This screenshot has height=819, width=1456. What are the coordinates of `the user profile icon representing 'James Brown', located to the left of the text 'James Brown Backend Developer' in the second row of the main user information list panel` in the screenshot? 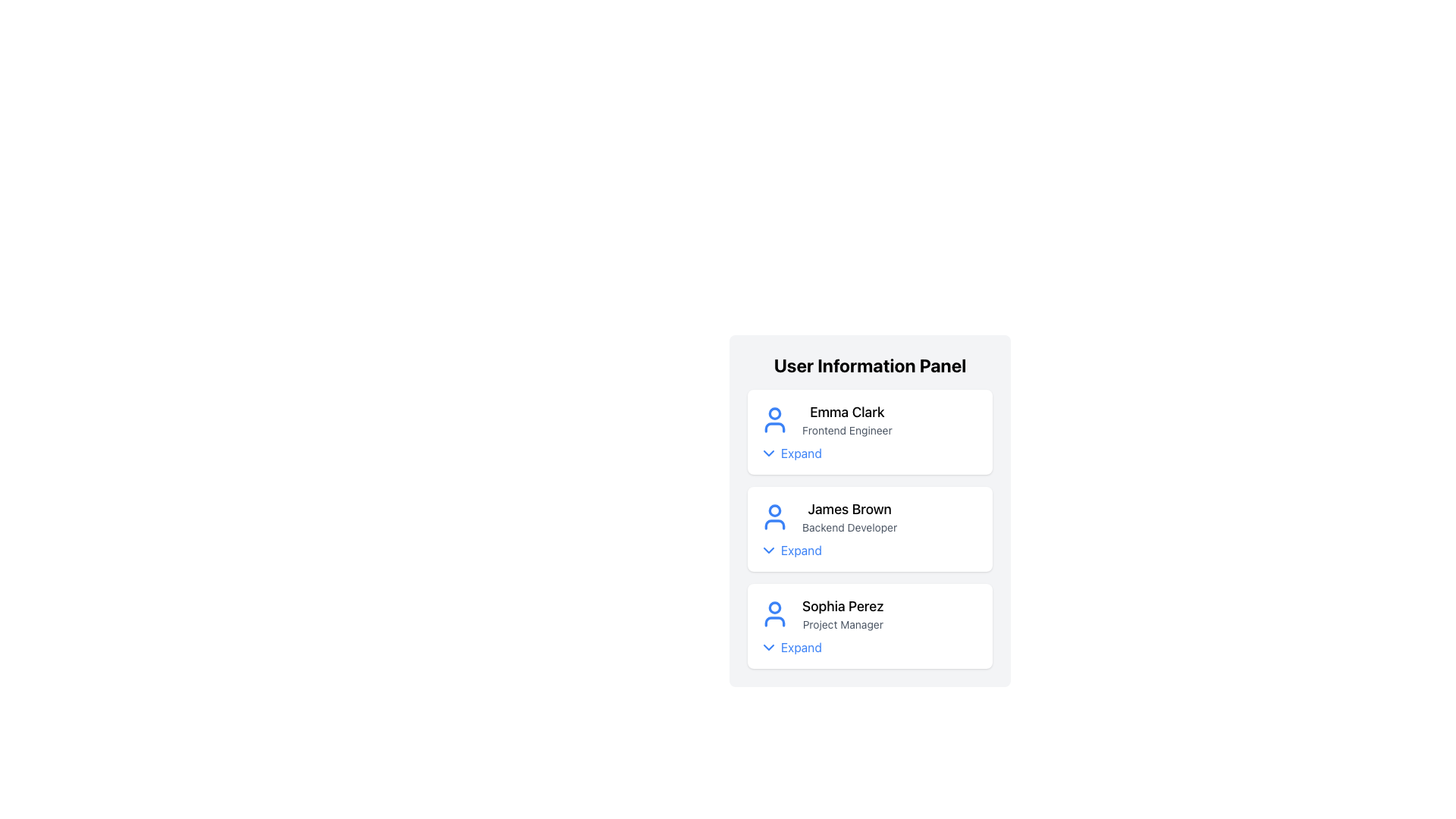 It's located at (775, 516).